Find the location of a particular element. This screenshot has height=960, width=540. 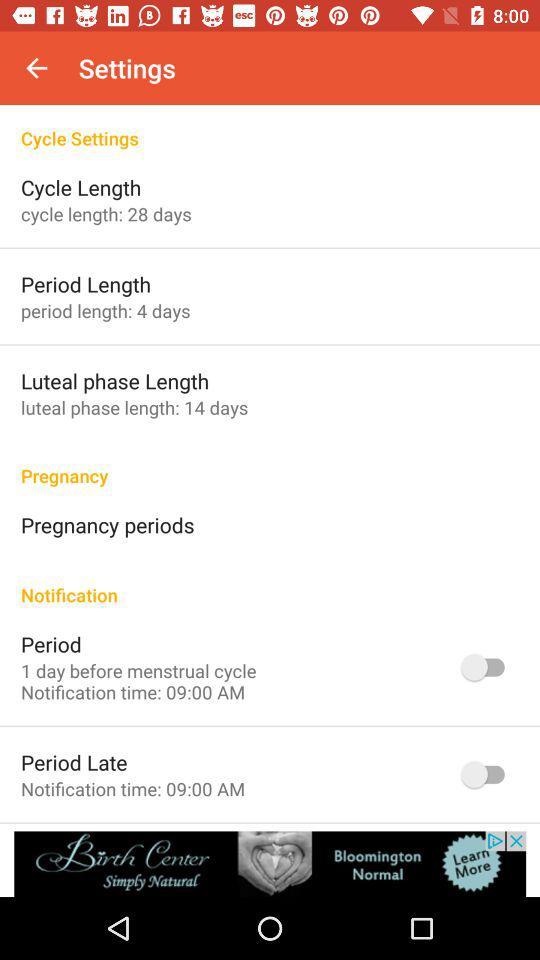

advertising page is located at coordinates (270, 863).